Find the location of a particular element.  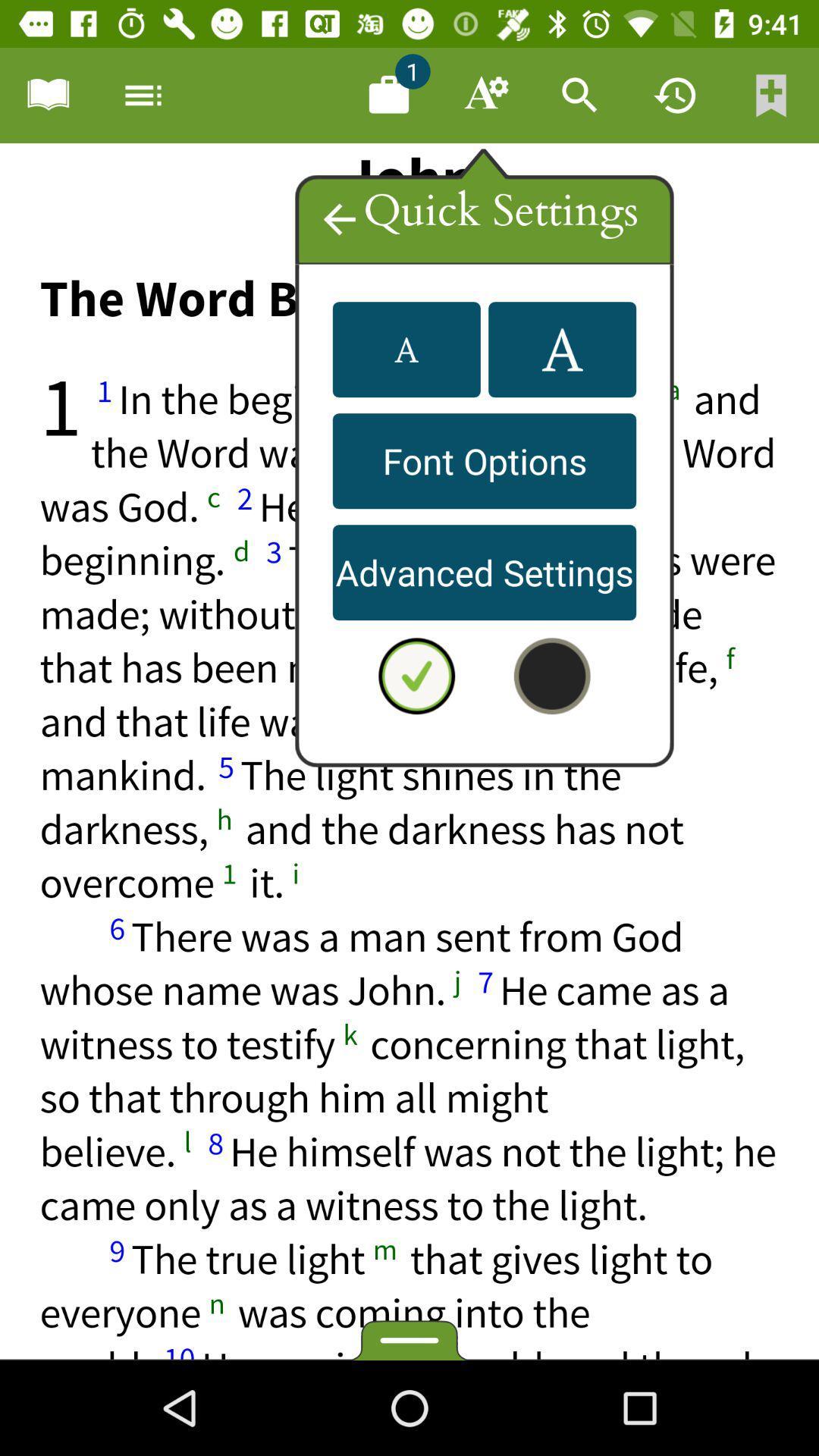

choose this is located at coordinates (409, 752).